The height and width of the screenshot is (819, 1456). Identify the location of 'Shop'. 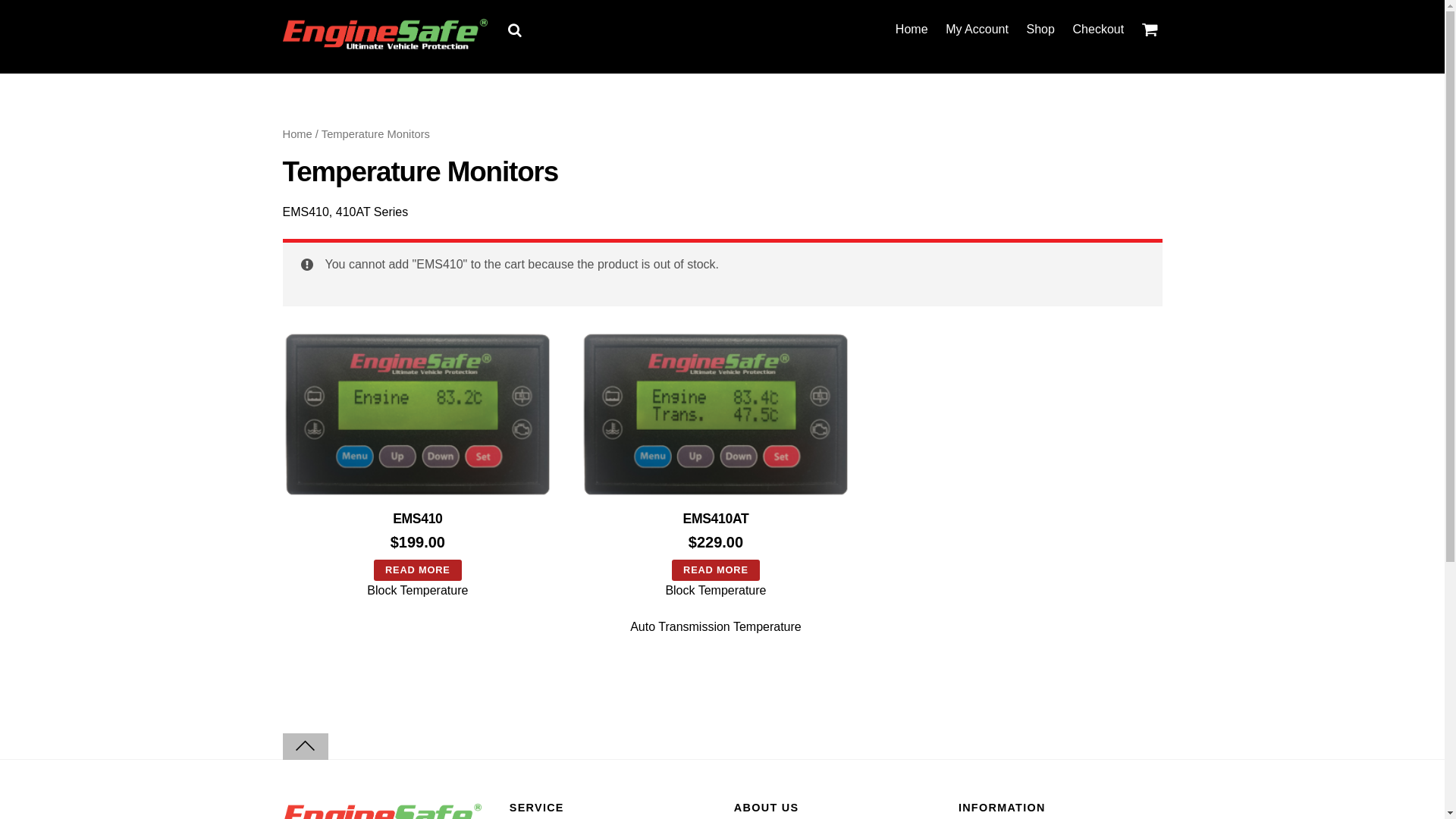
(1040, 29).